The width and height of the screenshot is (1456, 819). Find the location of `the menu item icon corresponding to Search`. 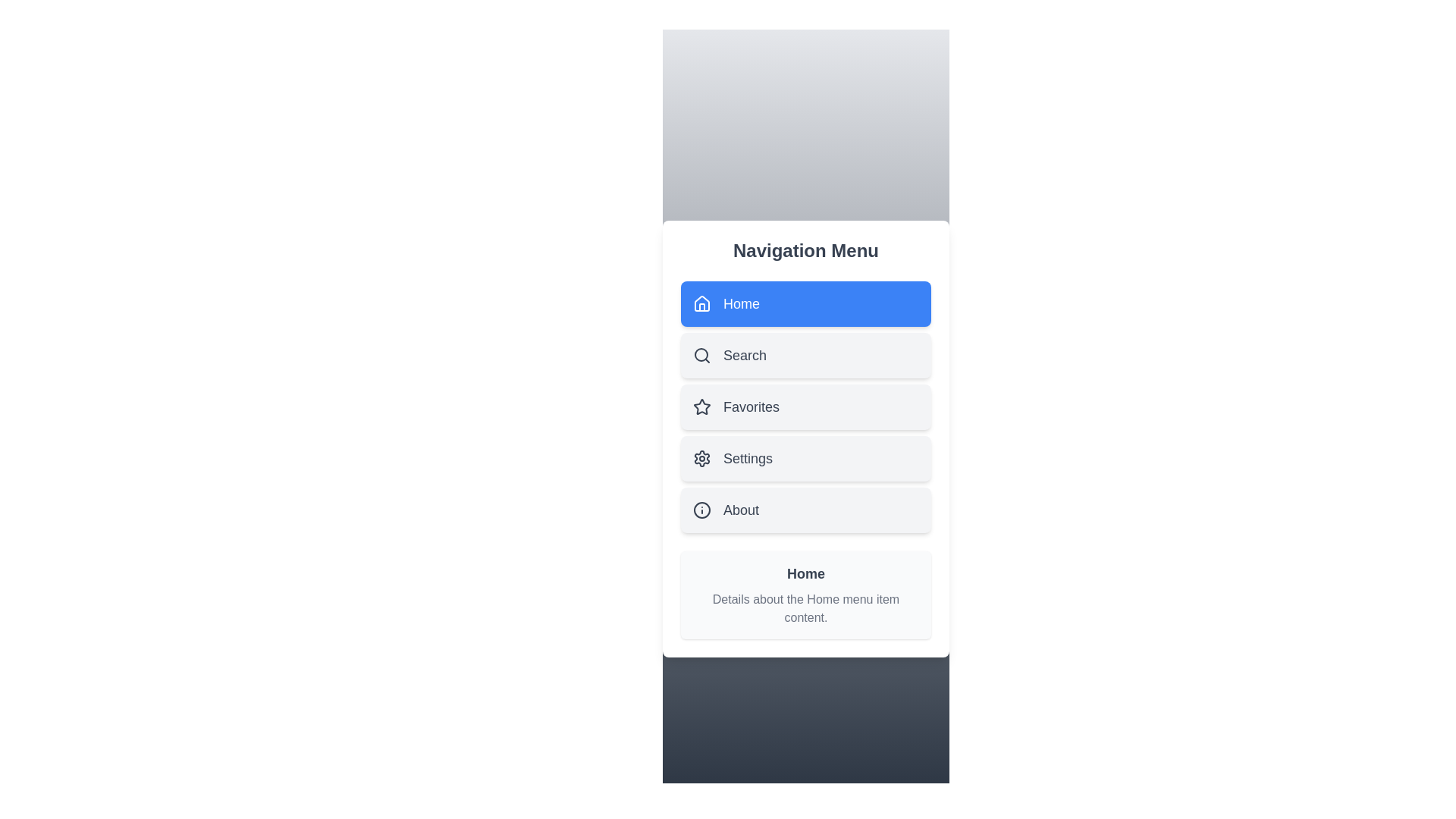

the menu item icon corresponding to Search is located at coordinates (701, 356).